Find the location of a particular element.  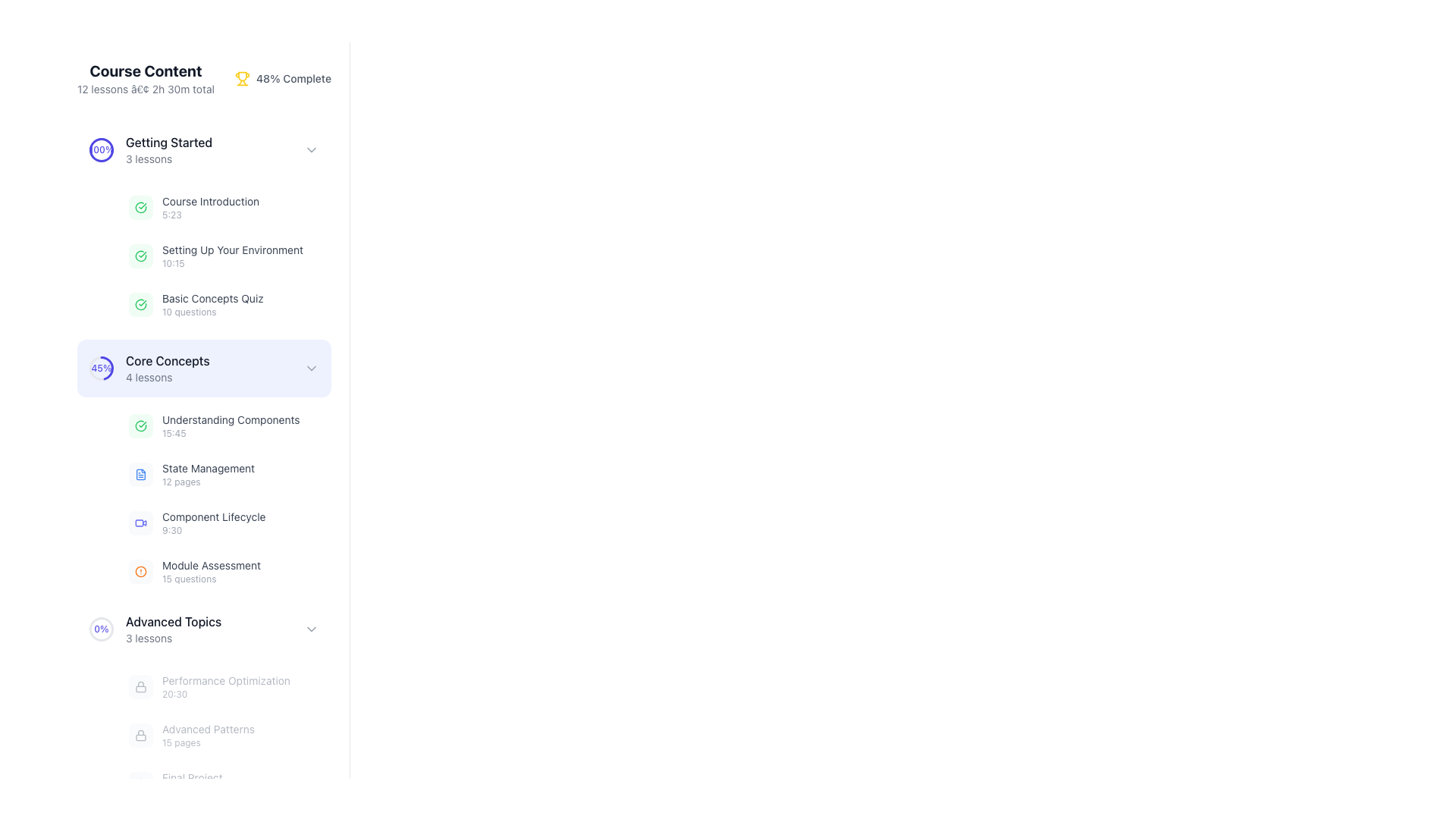

the summary text displaying the total number of lessons and estimated completion time, located below the 'Course Content' title in the left sidebar is located at coordinates (146, 89).